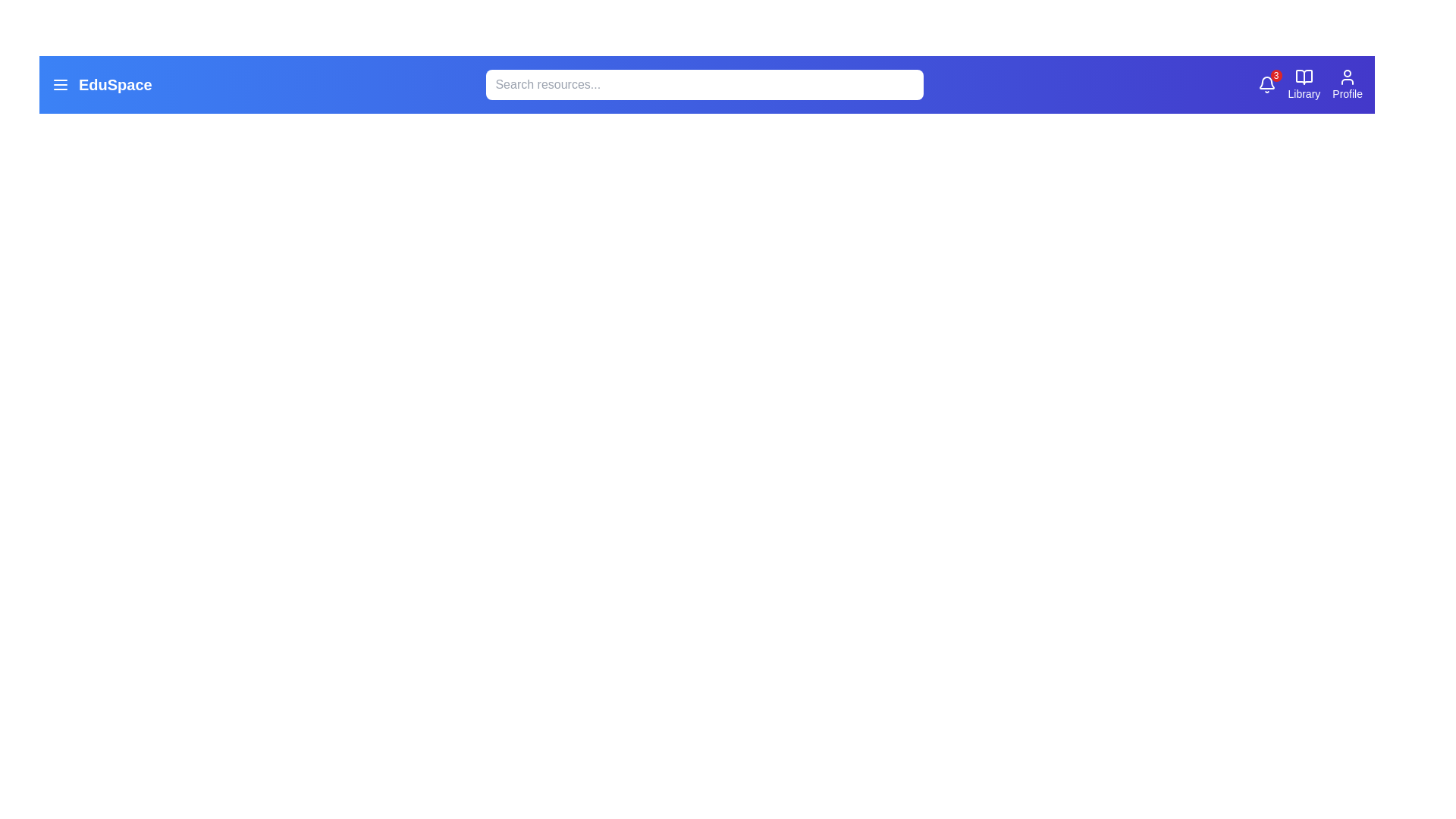 Image resolution: width=1456 pixels, height=819 pixels. Describe the element at coordinates (1266, 84) in the screenshot. I see `the bell icon to access notifications` at that location.